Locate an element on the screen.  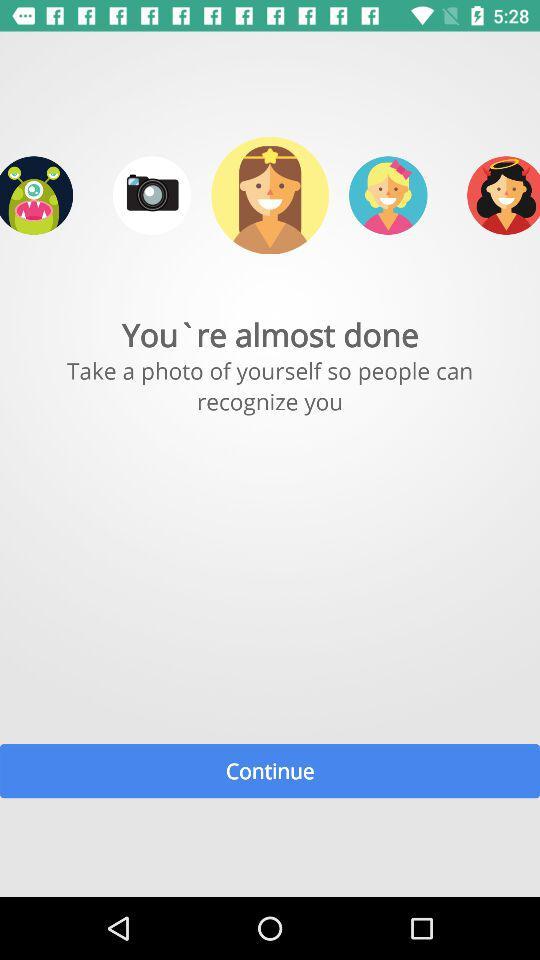
take a photo of yourself is located at coordinates (151, 195).